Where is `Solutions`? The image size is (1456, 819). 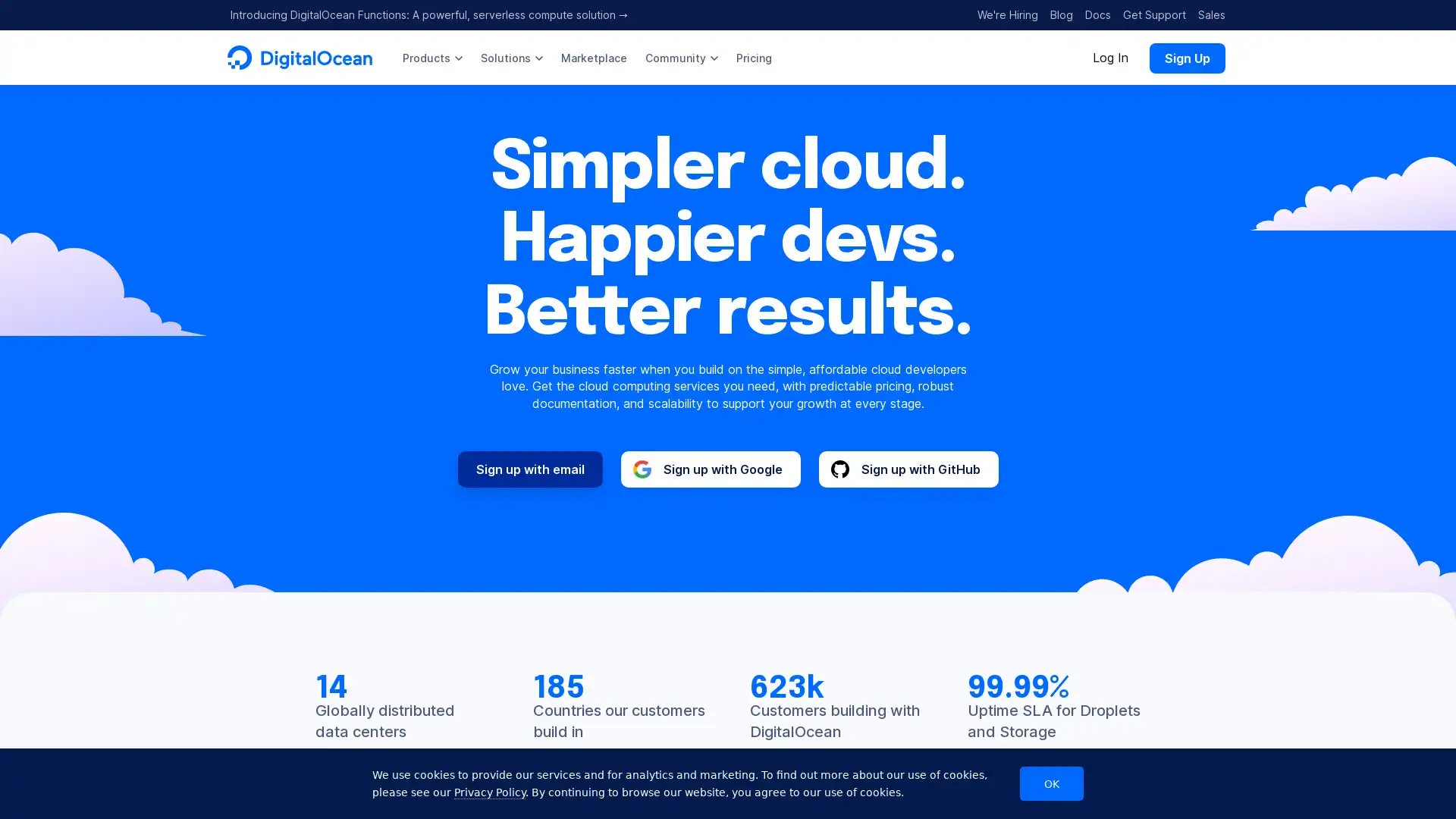 Solutions is located at coordinates (512, 57).